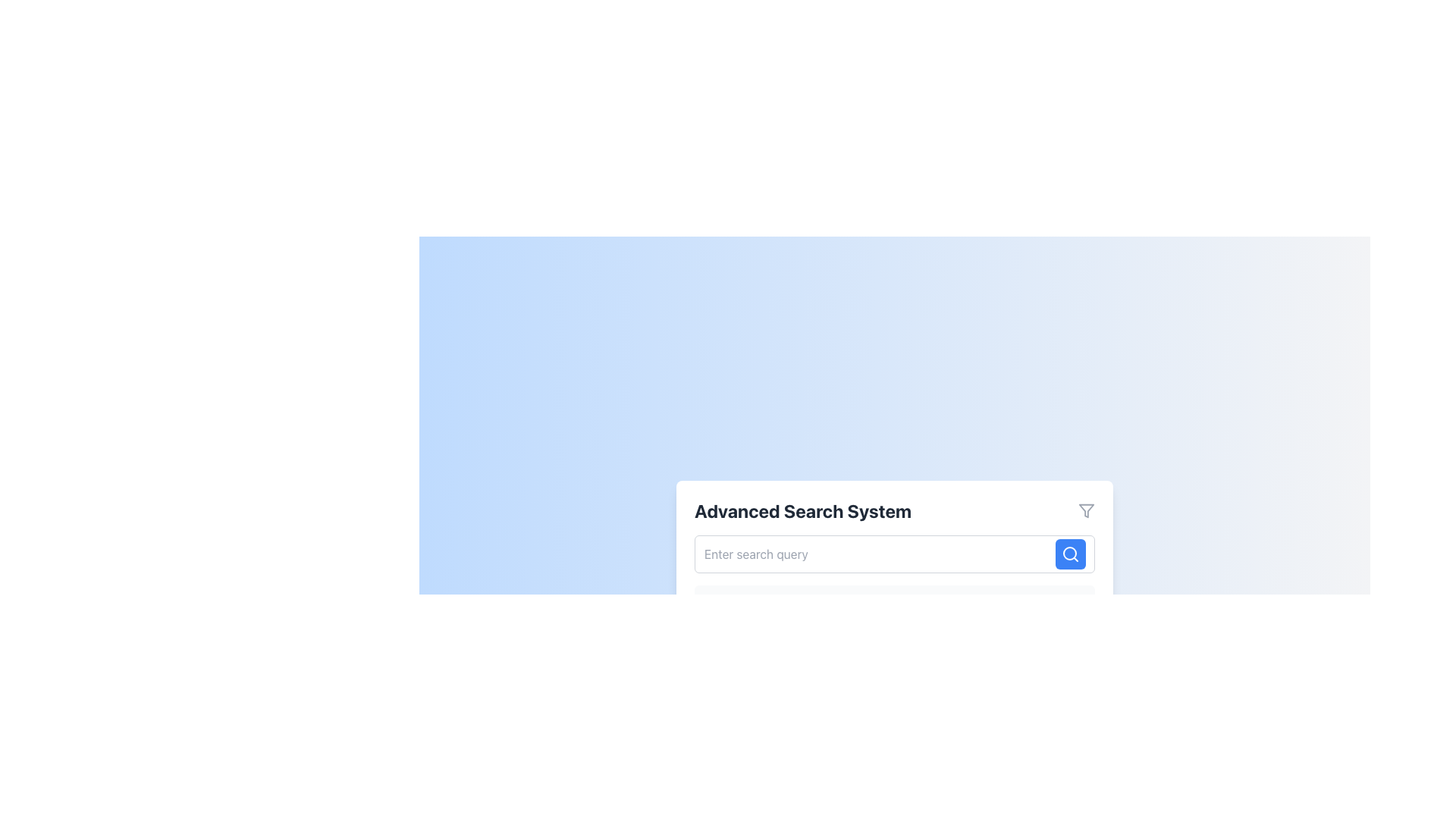 The width and height of the screenshot is (1456, 819). Describe the element at coordinates (1086, 511) in the screenshot. I see `the small gray filter funnel icon located in the upper right corner of the 'Advanced Search System' header` at that location.